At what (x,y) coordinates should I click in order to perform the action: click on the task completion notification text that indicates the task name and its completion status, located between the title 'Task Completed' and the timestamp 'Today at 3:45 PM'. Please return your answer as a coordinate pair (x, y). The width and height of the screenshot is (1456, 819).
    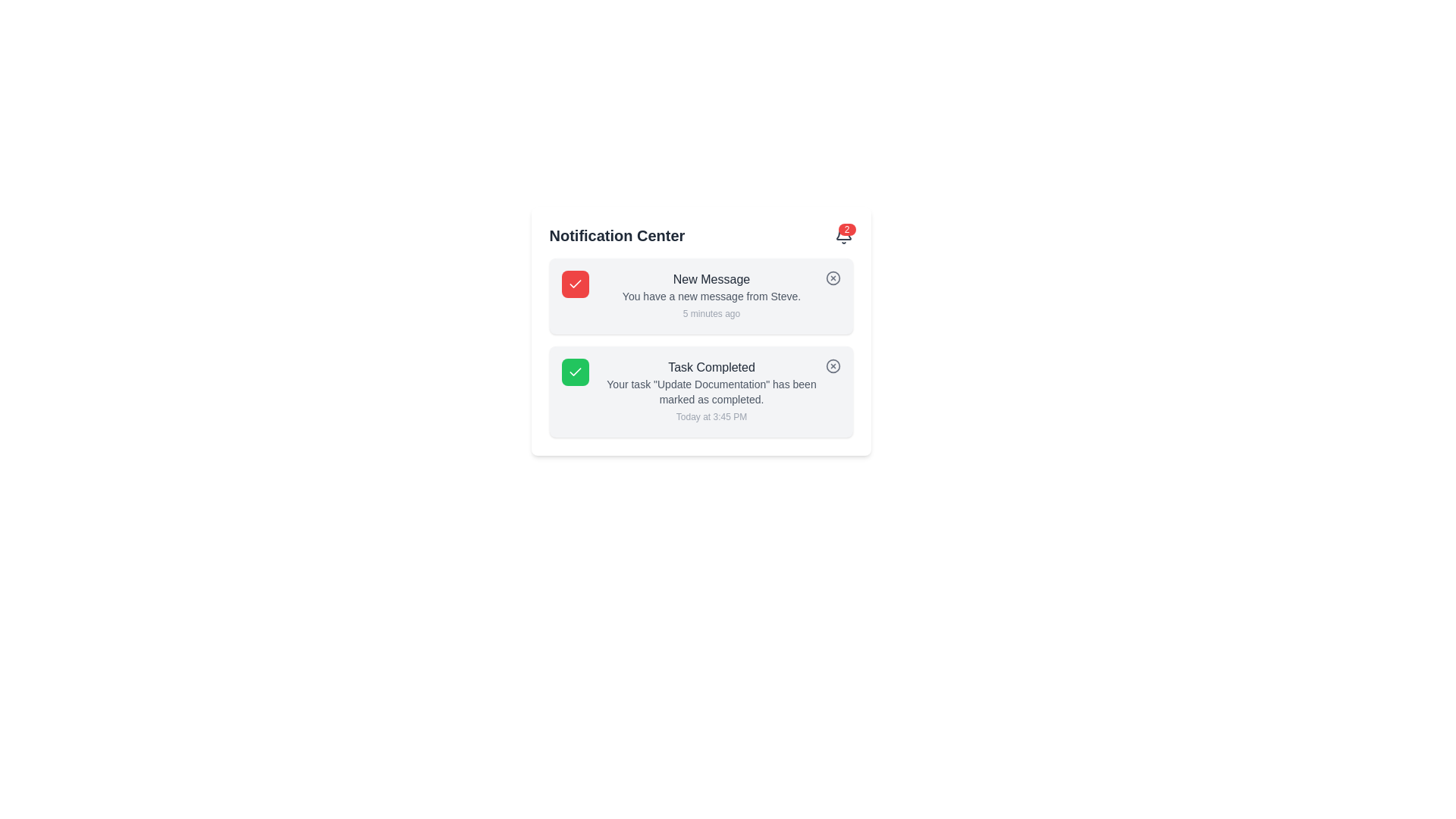
    Looking at the image, I should click on (711, 391).